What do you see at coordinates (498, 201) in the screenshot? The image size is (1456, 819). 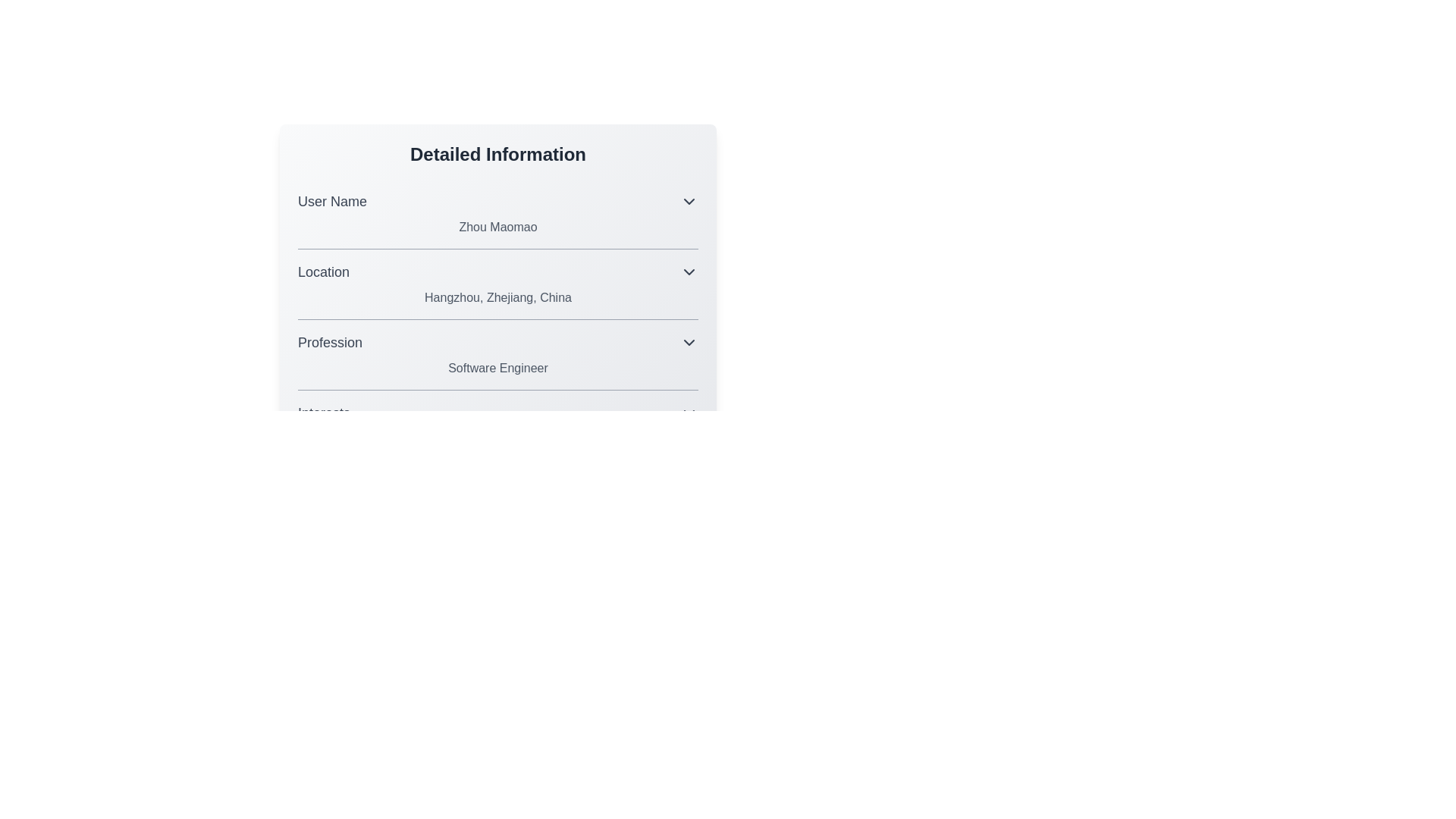 I see `the dropdown menu located in the 'Detailed Information' section, which is the first selectable option above the user's full name 'Zhou Maomao' to activate styling` at bounding box center [498, 201].